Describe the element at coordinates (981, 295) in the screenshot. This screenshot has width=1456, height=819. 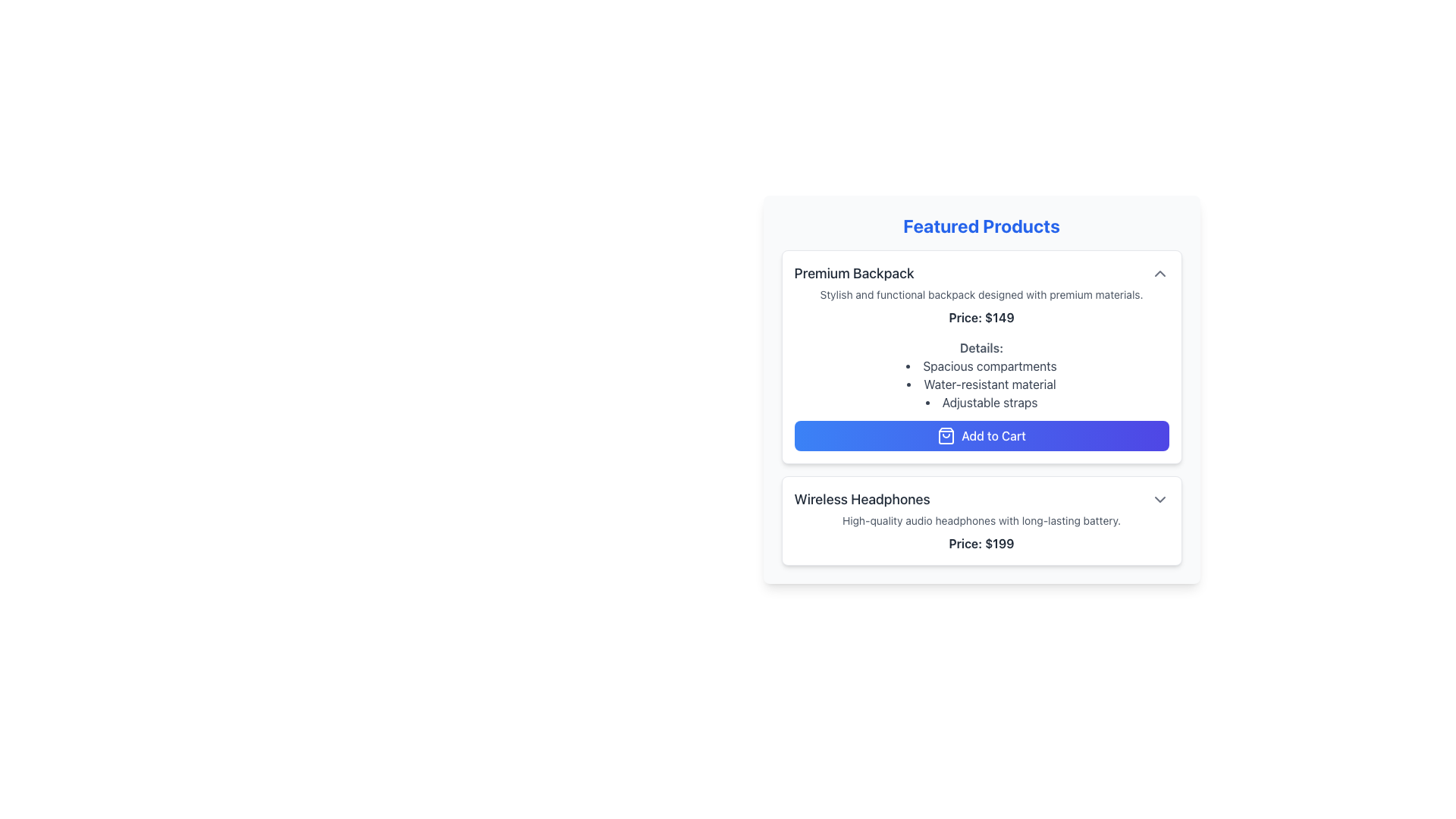
I see `descriptive text 'Stylish and functional backpack designed with premium materials.' located below the product title 'Premium Backpack' in the product details card` at that location.